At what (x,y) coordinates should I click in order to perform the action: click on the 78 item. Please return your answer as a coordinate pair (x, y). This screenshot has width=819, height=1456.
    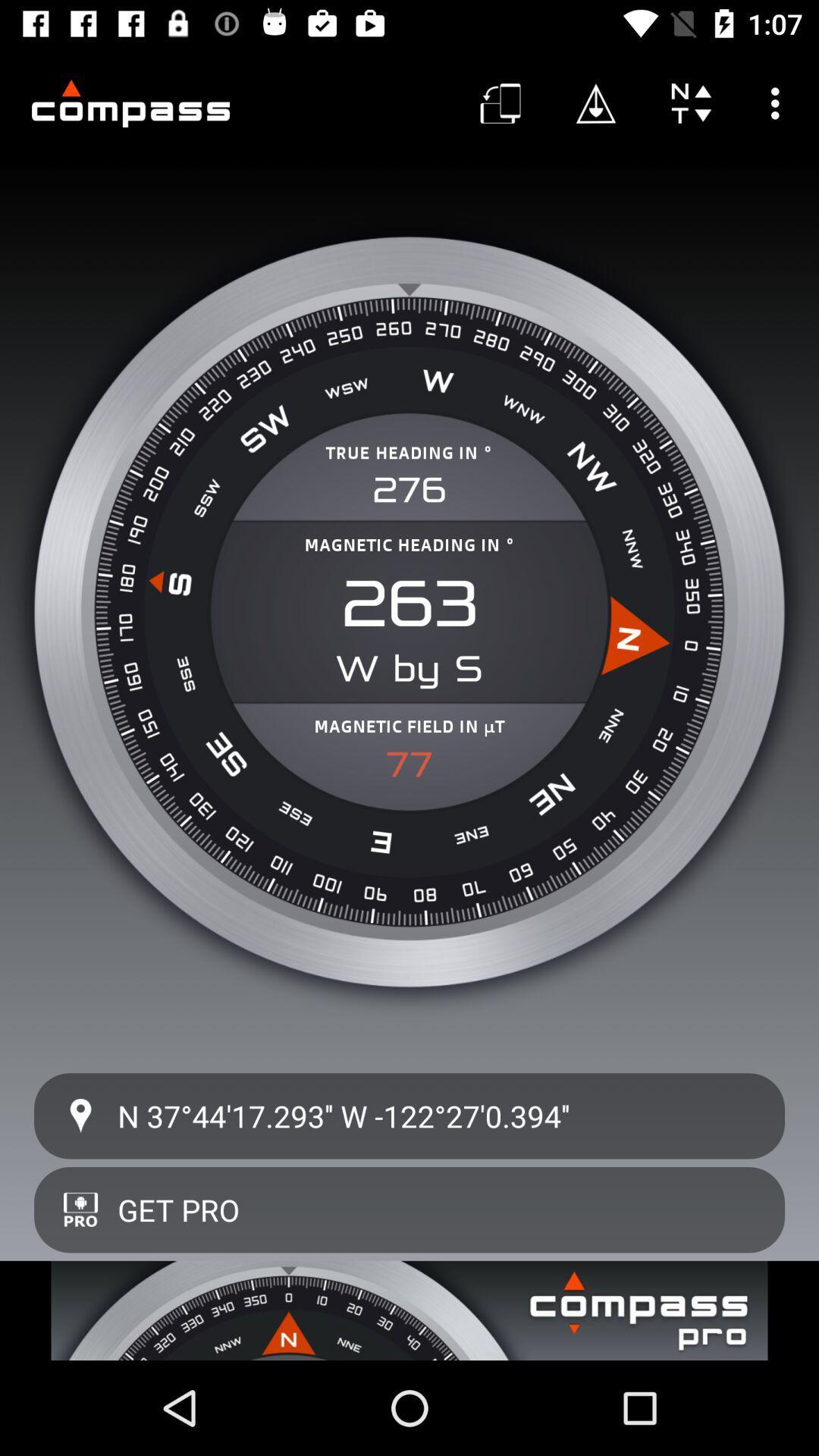
    Looking at the image, I should click on (409, 764).